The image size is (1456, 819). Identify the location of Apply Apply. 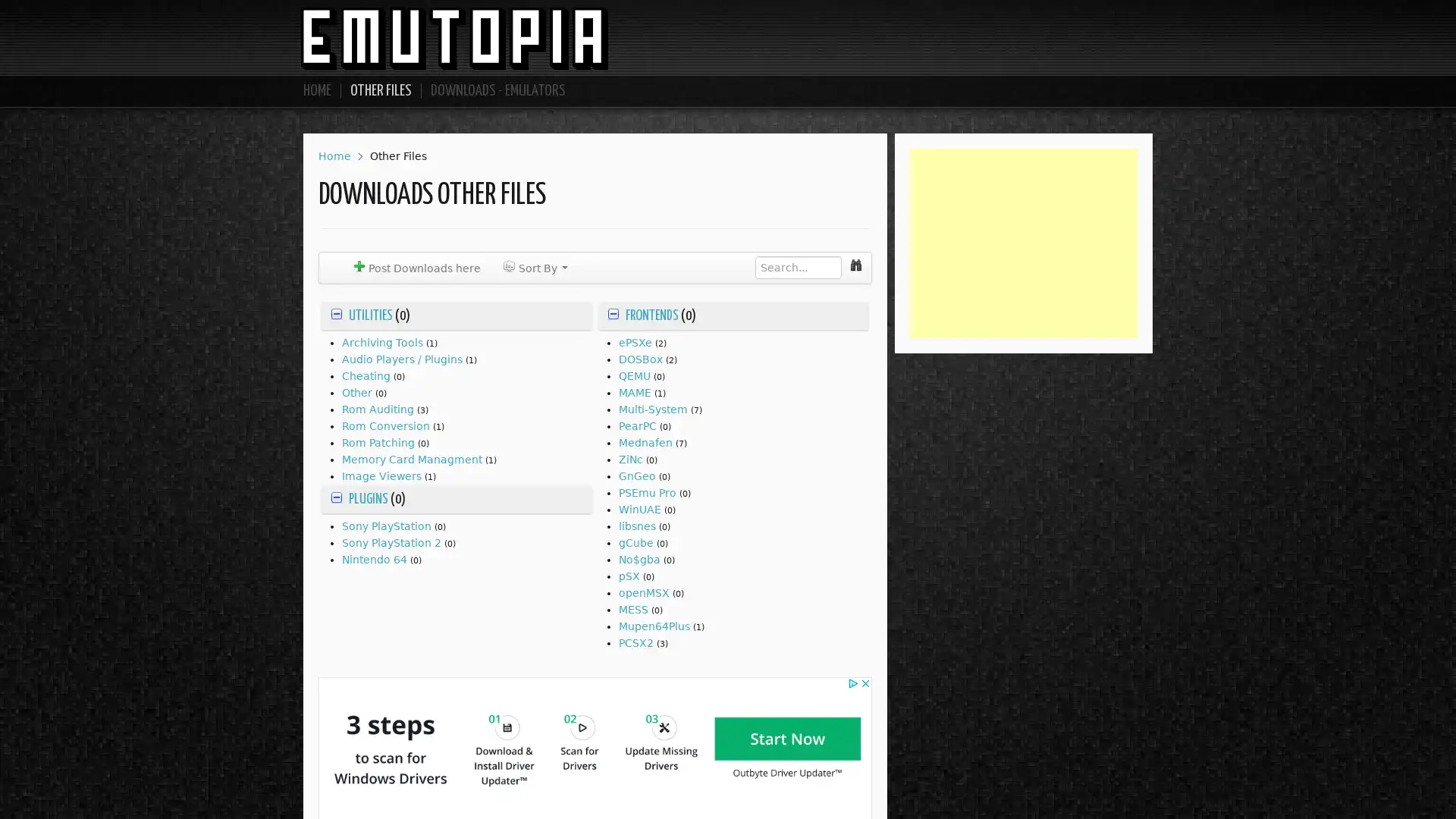
(781, 311).